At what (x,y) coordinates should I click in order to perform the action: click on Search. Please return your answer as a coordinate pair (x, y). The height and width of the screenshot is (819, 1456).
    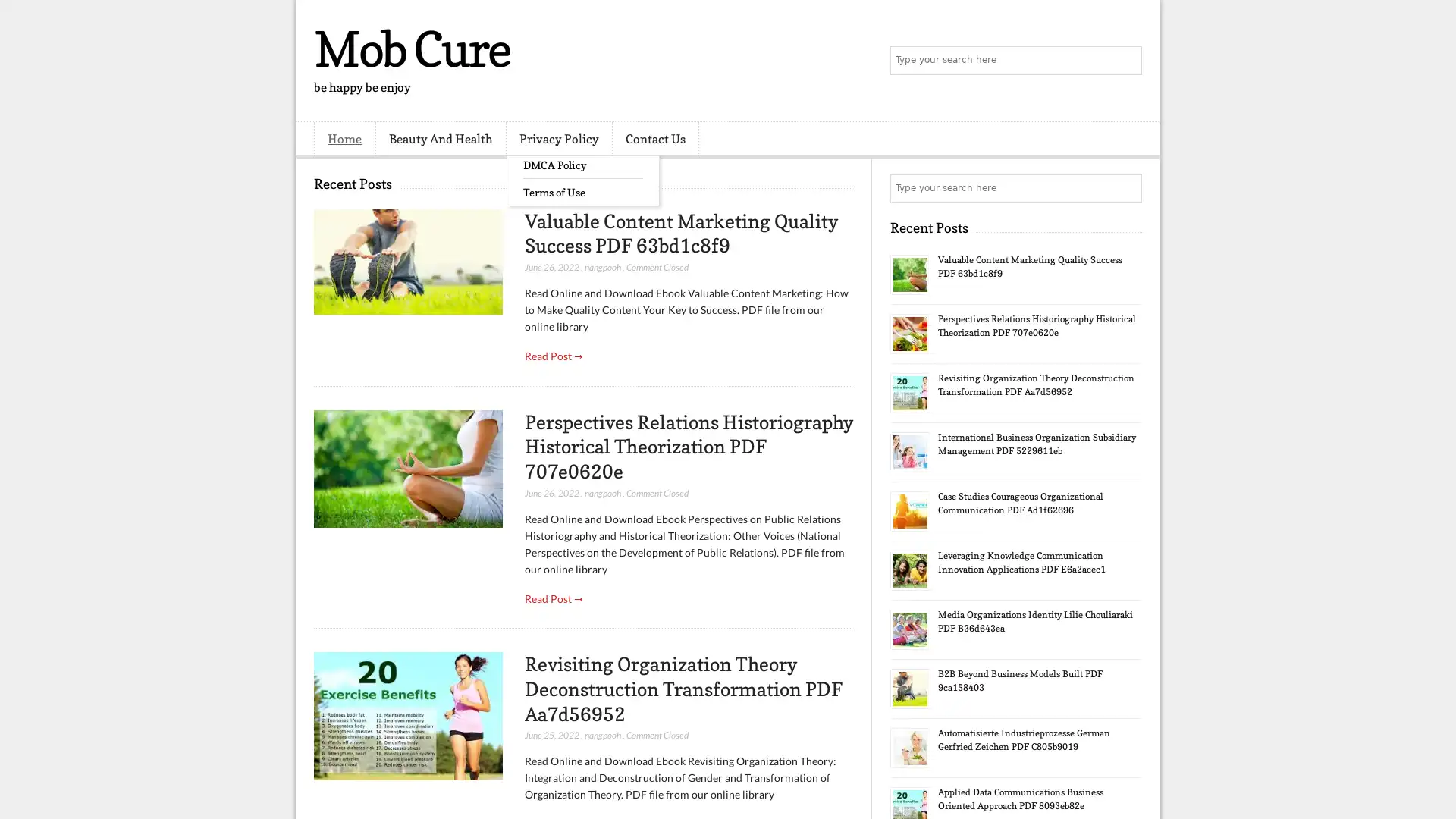
    Looking at the image, I should click on (1126, 61).